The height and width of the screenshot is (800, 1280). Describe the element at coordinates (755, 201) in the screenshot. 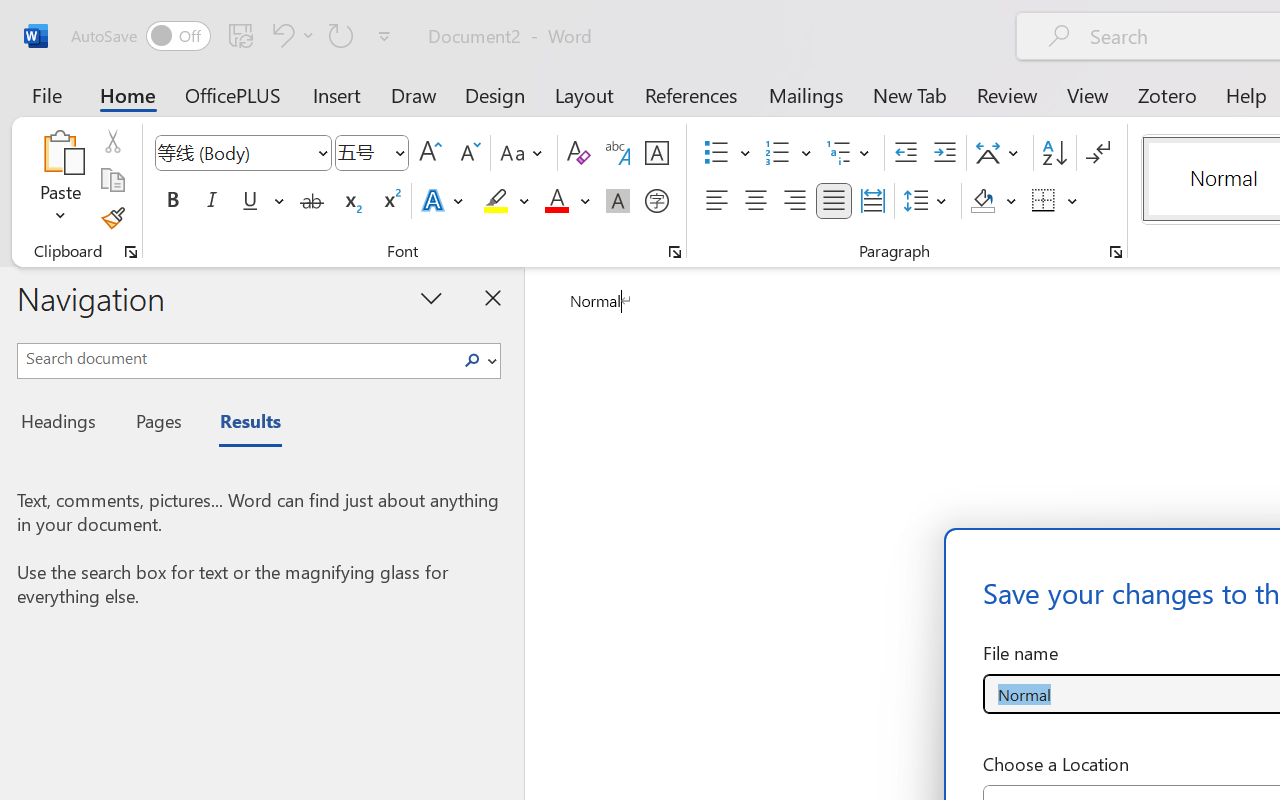

I see `'Center'` at that location.